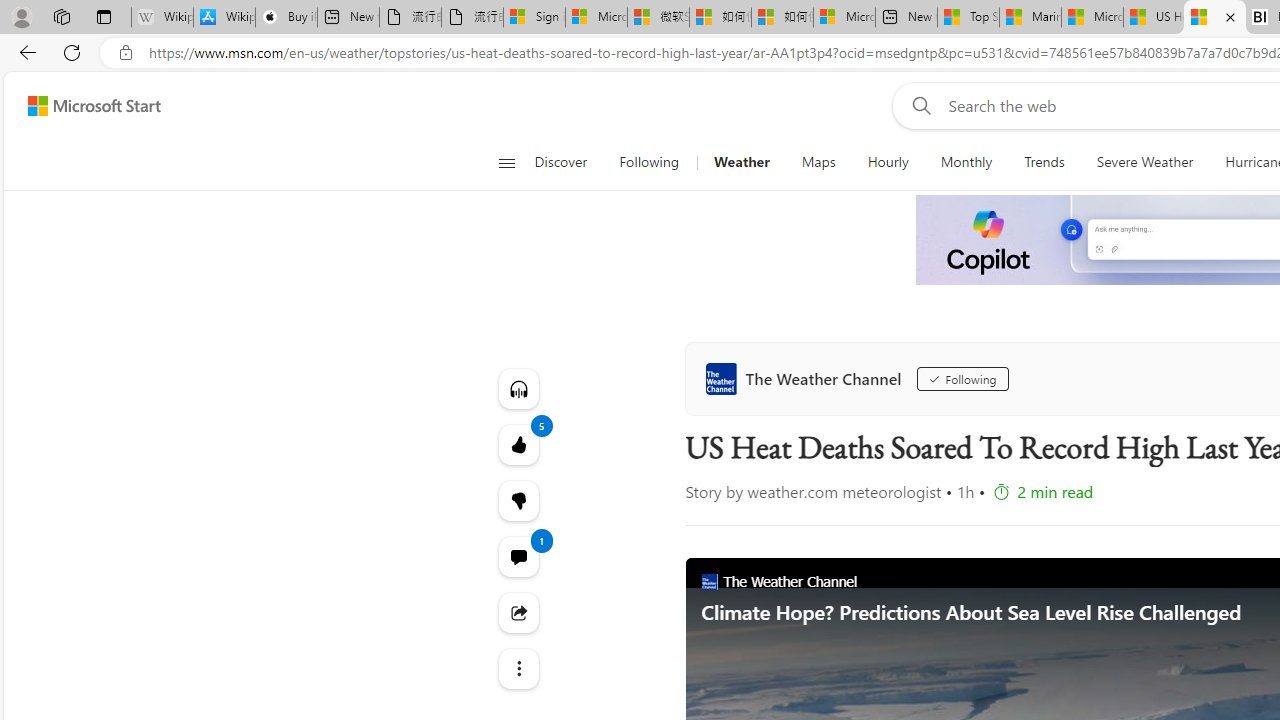 This screenshot has height=720, width=1280. Describe the element at coordinates (595, 17) in the screenshot. I see `'Microsoft Services Agreement'` at that location.